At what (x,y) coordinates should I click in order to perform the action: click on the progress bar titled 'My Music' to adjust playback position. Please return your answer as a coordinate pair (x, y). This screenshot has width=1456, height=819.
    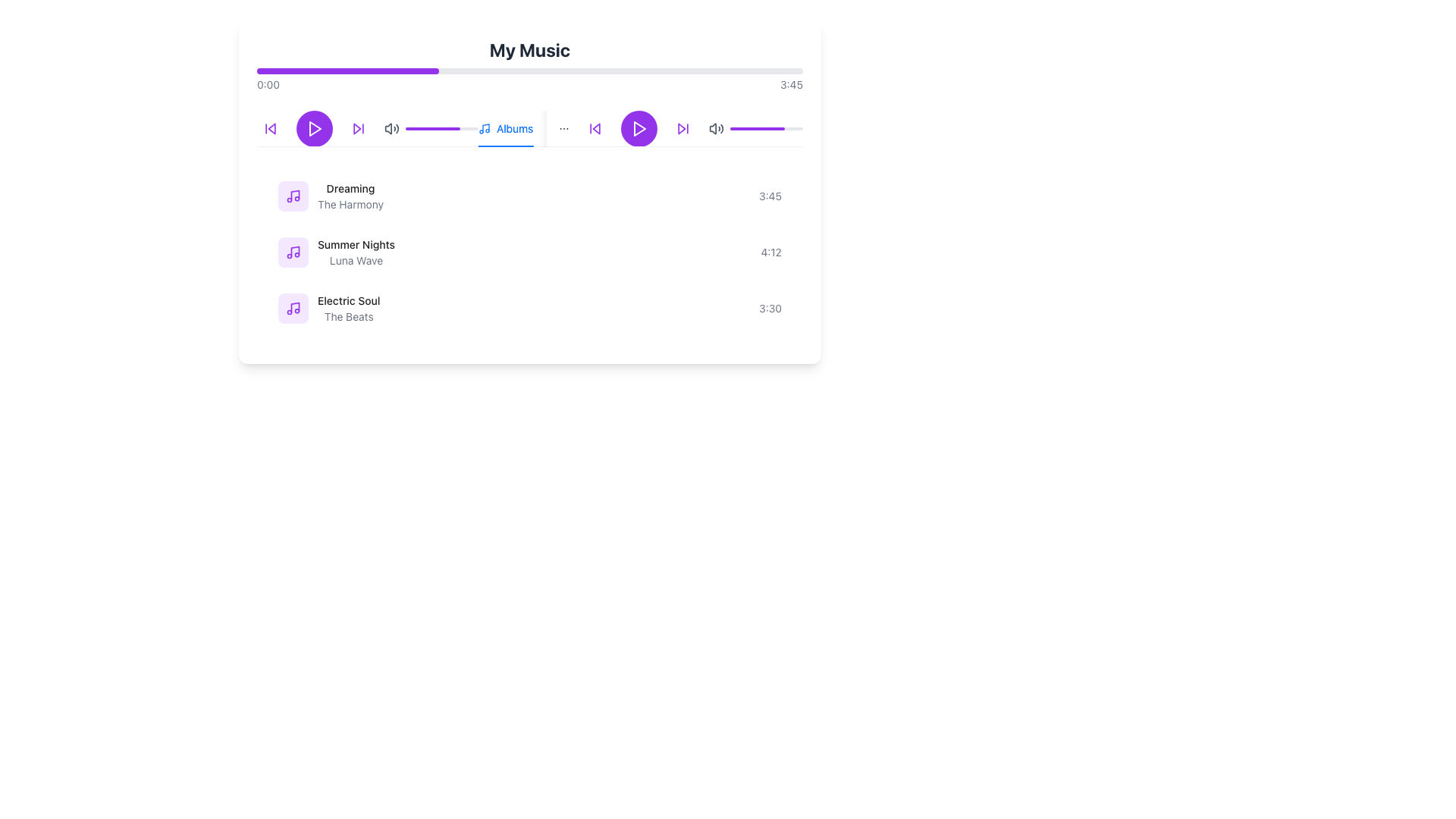
    Looking at the image, I should click on (530, 64).